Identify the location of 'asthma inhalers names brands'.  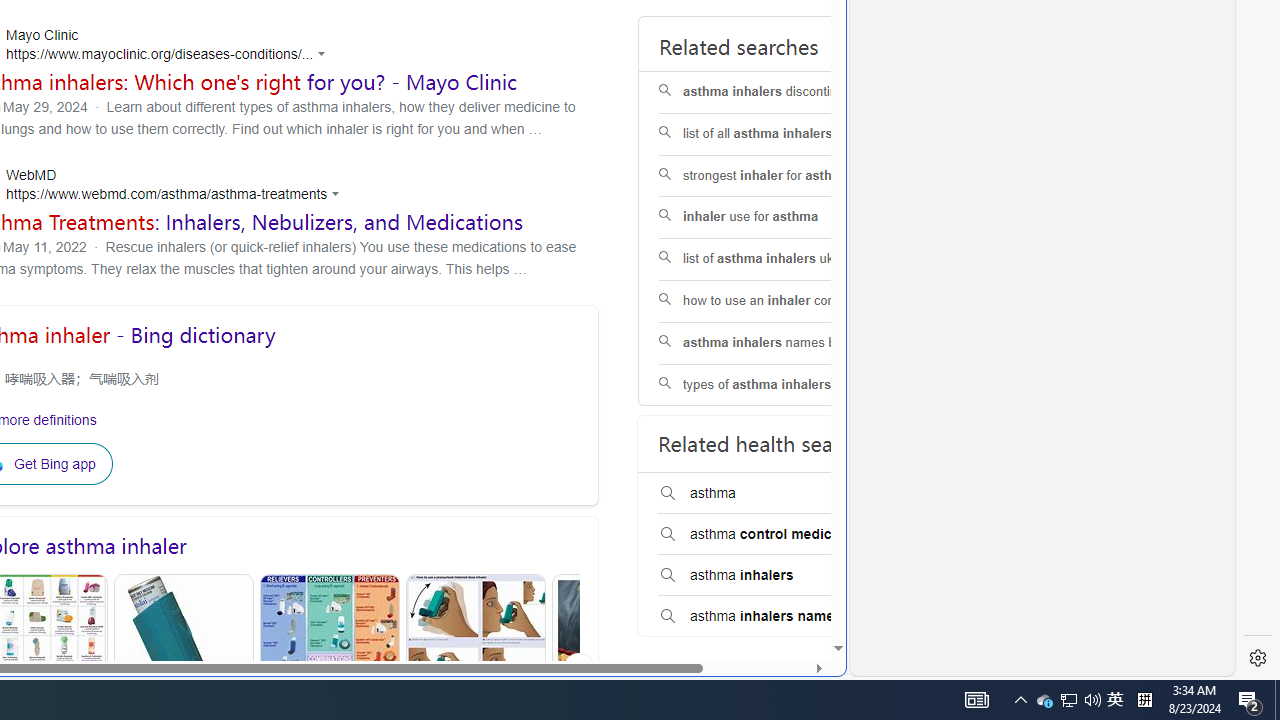
(784, 342).